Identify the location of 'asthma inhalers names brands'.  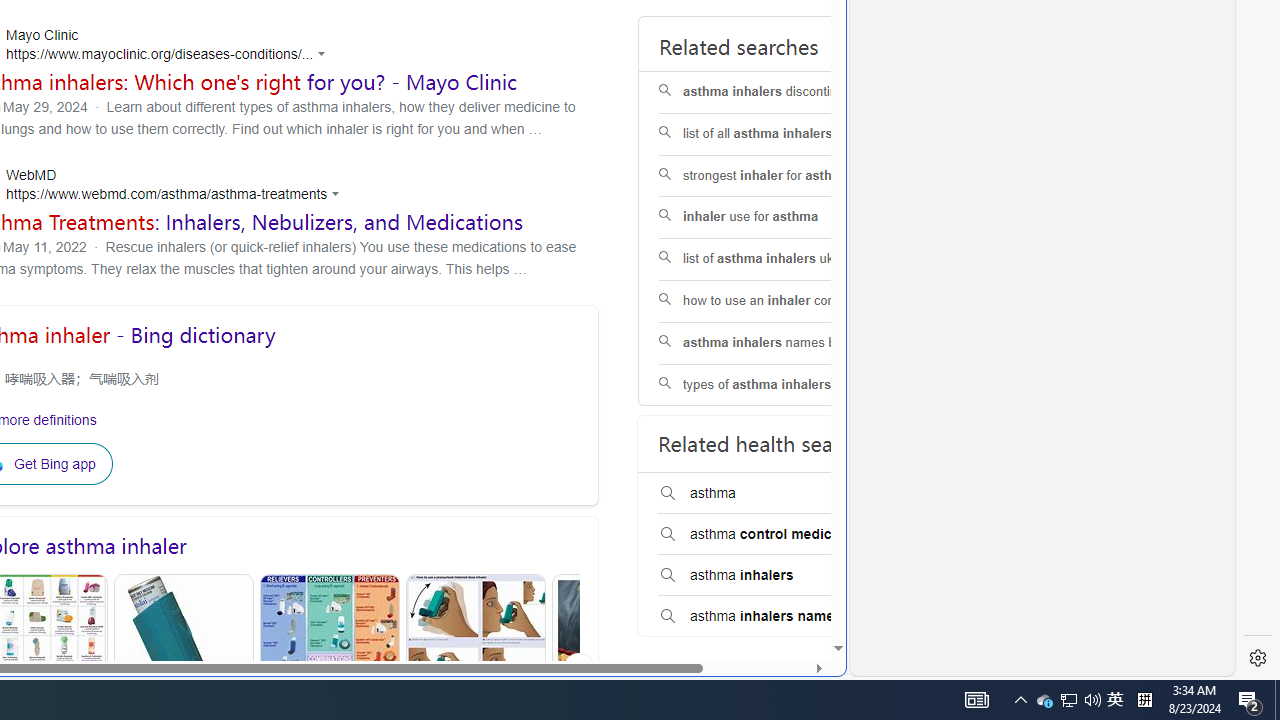
(784, 342).